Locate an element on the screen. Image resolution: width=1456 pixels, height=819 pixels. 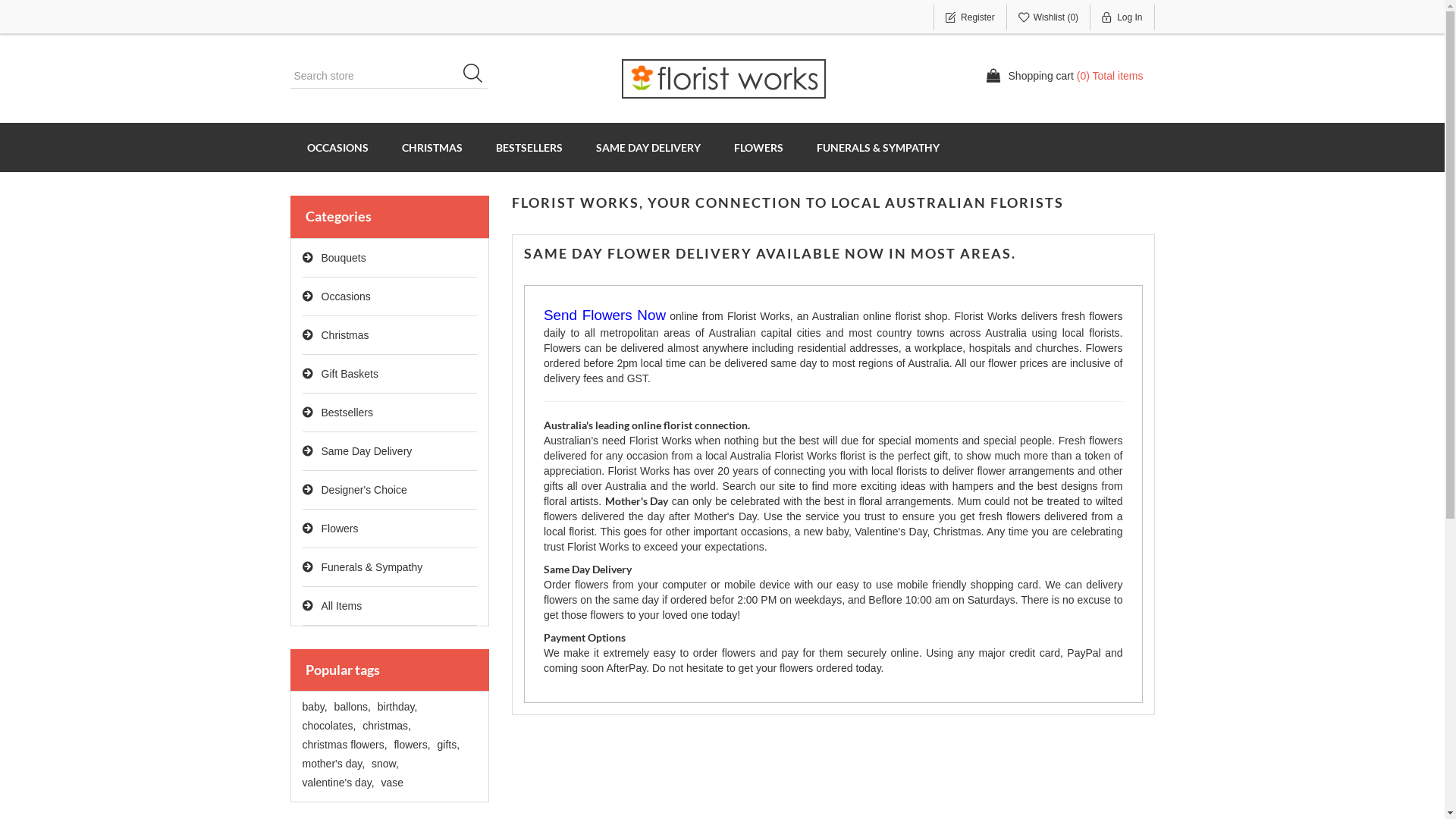
'birthday,' is located at coordinates (397, 707).